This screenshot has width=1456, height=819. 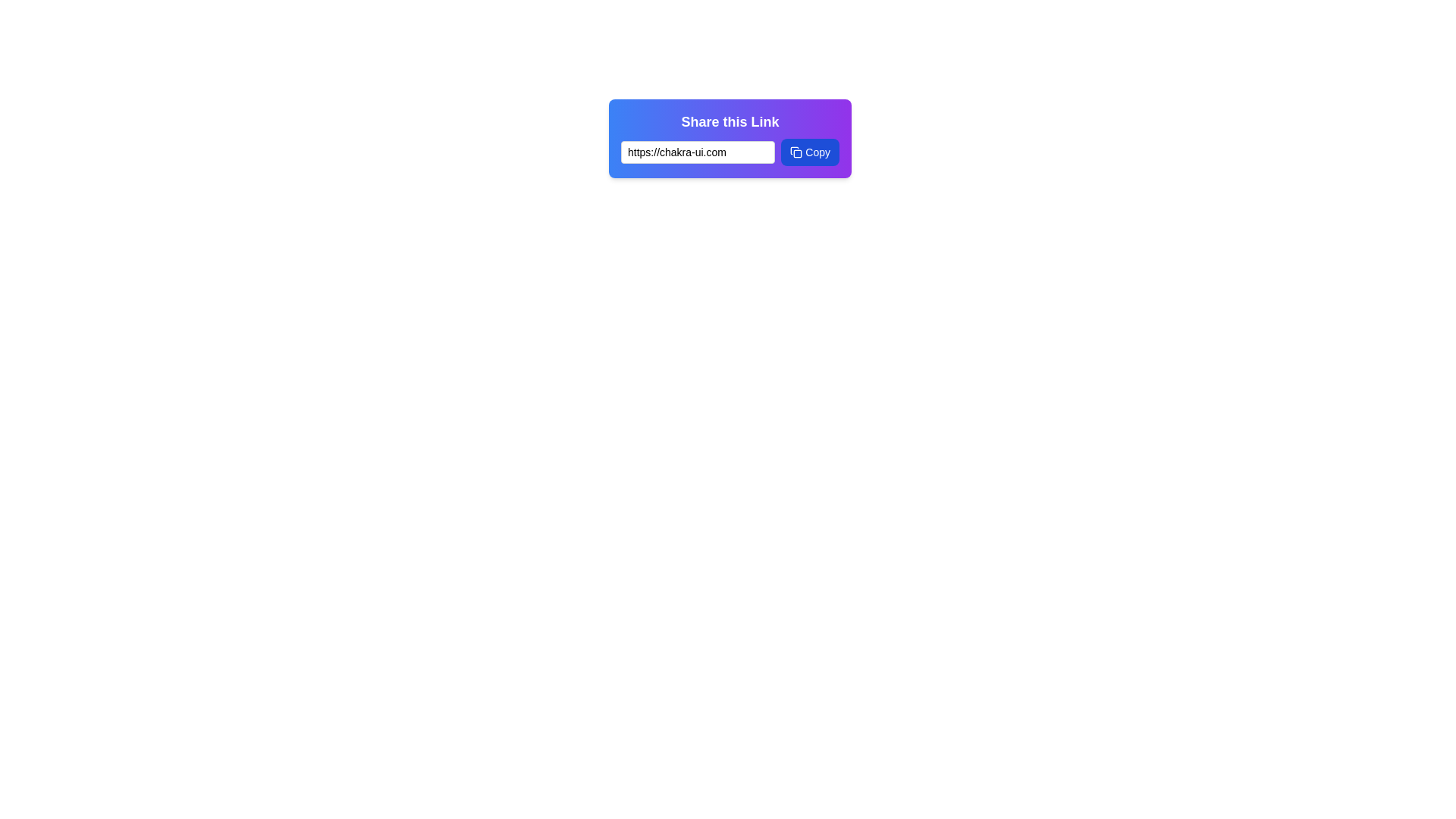 I want to click on the 'Copy' button that contains the icon on the right-hand side, which allows users to duplicate or copy the content from the adjacent input field, so click(x=795, y=152).